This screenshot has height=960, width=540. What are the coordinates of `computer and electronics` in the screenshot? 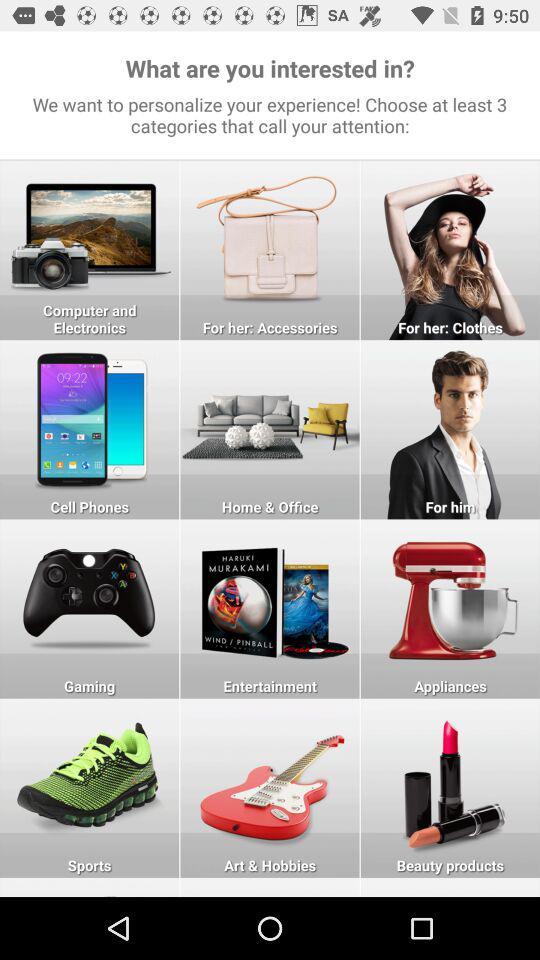 It's located at (88, 249).